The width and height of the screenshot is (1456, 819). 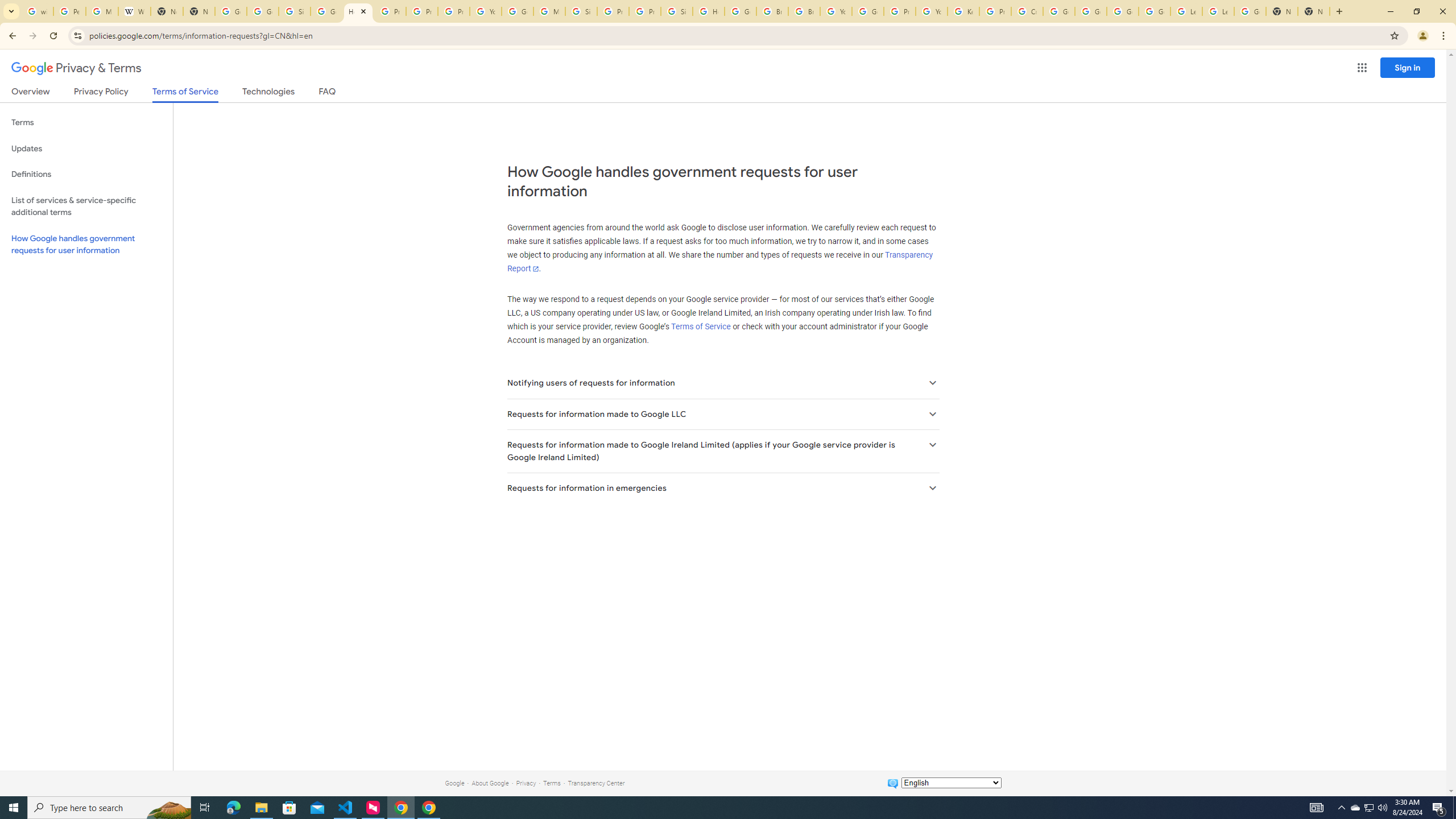 I want to click on 'Personalization & Google Search results - Google Search Help', so click(x=69, y=11).